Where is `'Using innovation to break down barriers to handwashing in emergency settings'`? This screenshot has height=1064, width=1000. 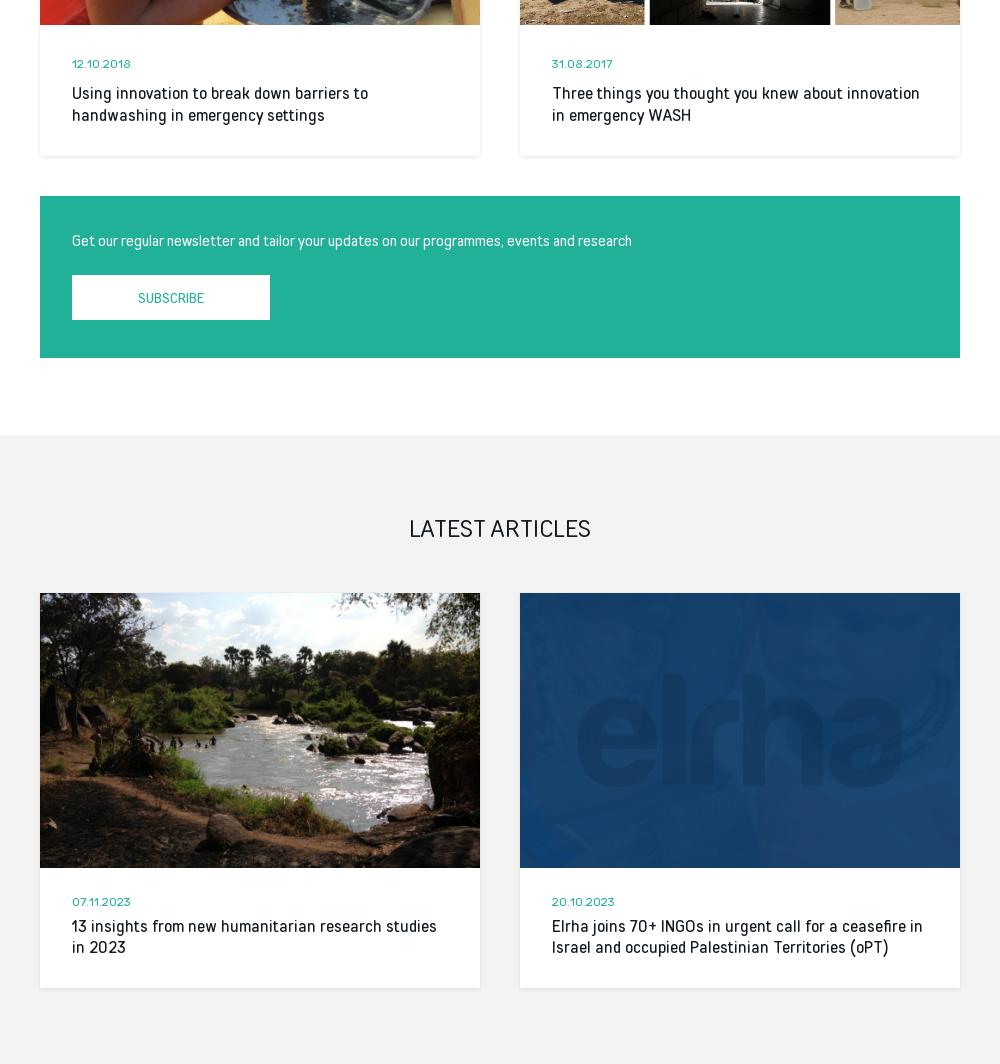
'Using innovation to break down barriers to handwashing in emergency settings' is located at coordinates (219, 103).